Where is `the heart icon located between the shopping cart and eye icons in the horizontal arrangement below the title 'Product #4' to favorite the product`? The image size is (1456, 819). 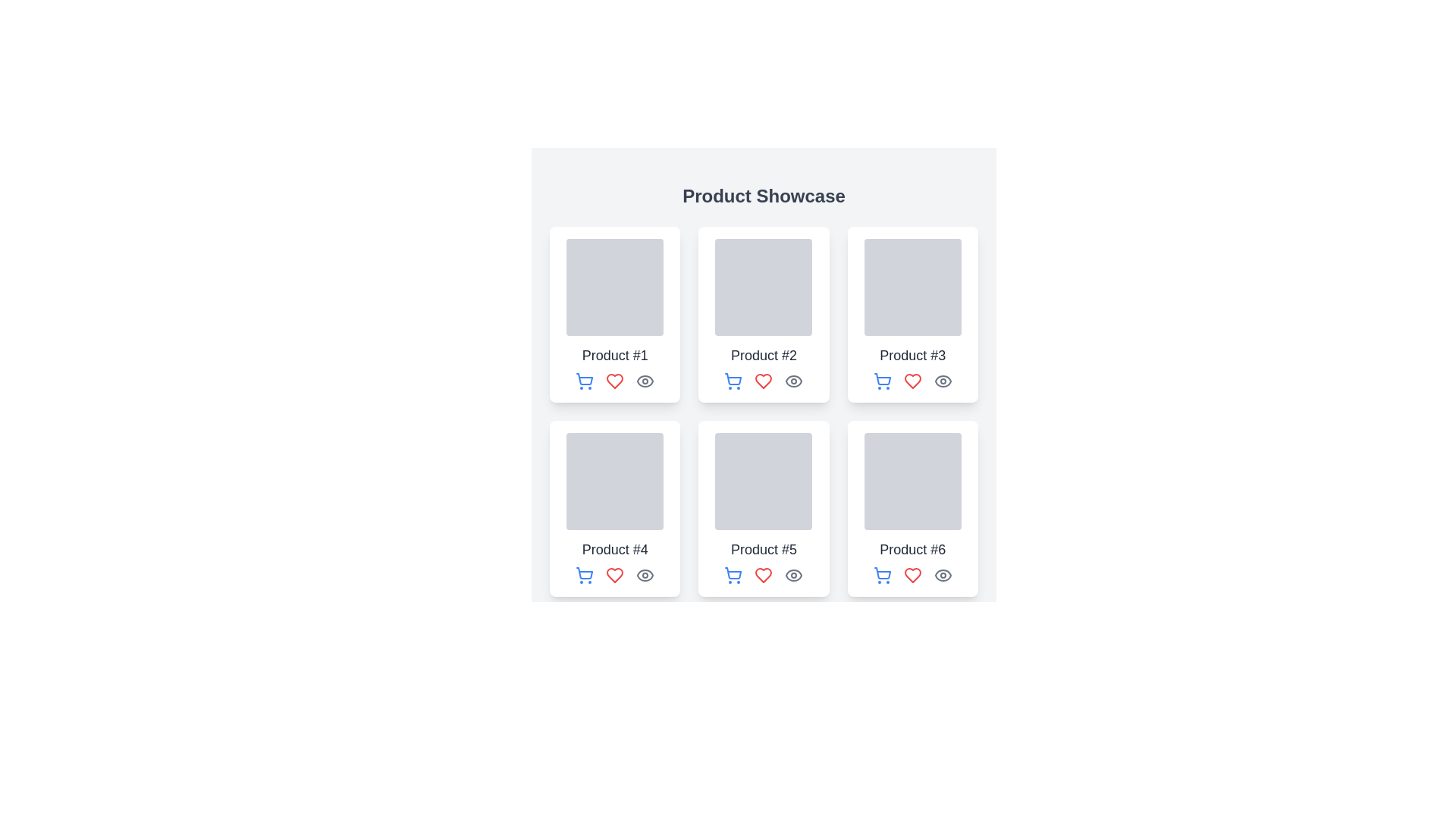
the heart icon located between the shopping cart and eye icons in the horizontal arrangement below the title 'Product #4' to favorite the product is located at coordinates (615, 576).